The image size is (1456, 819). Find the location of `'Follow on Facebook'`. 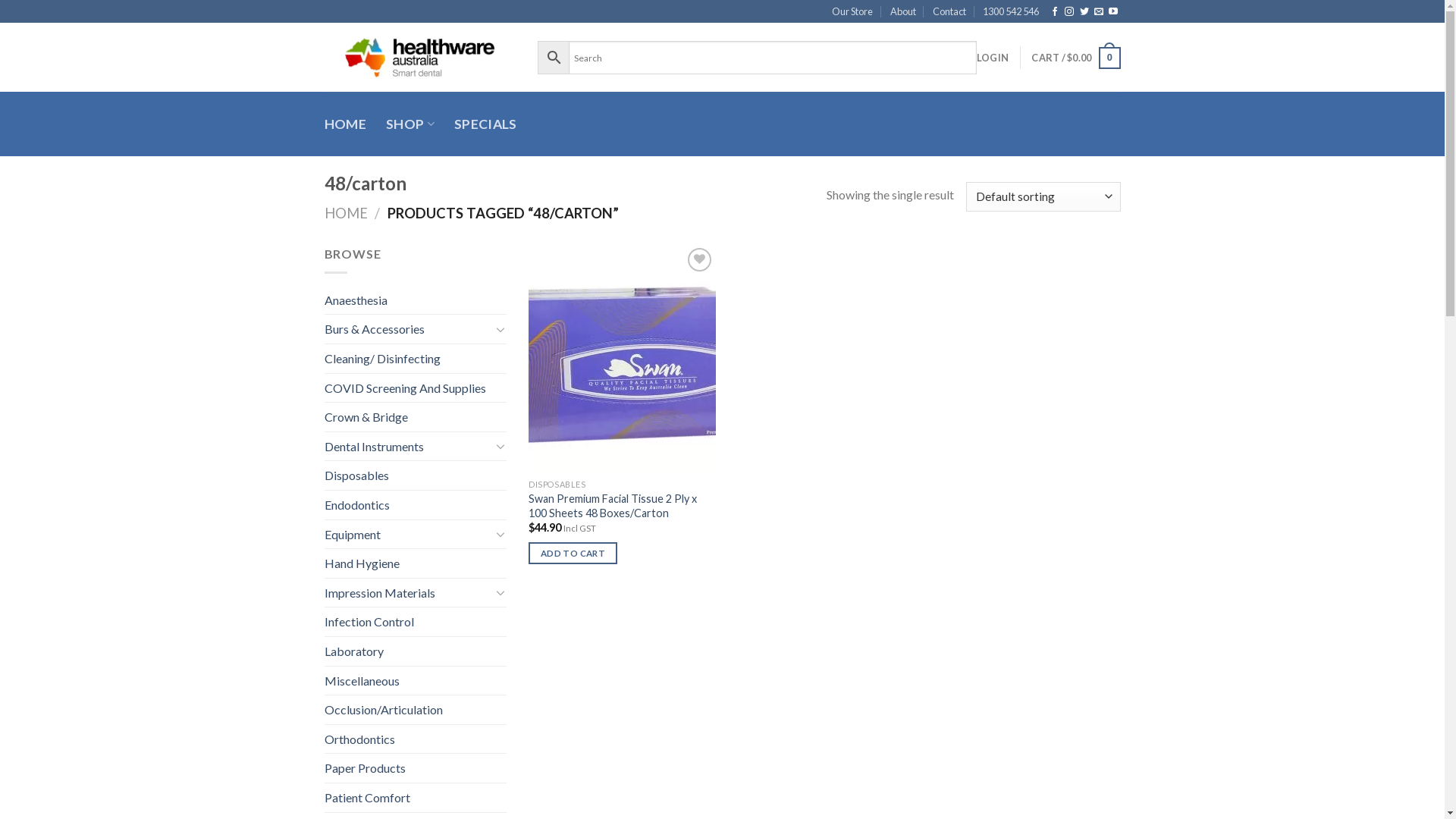

'Follow on Facebook' is located at coordinates (1054, 11).